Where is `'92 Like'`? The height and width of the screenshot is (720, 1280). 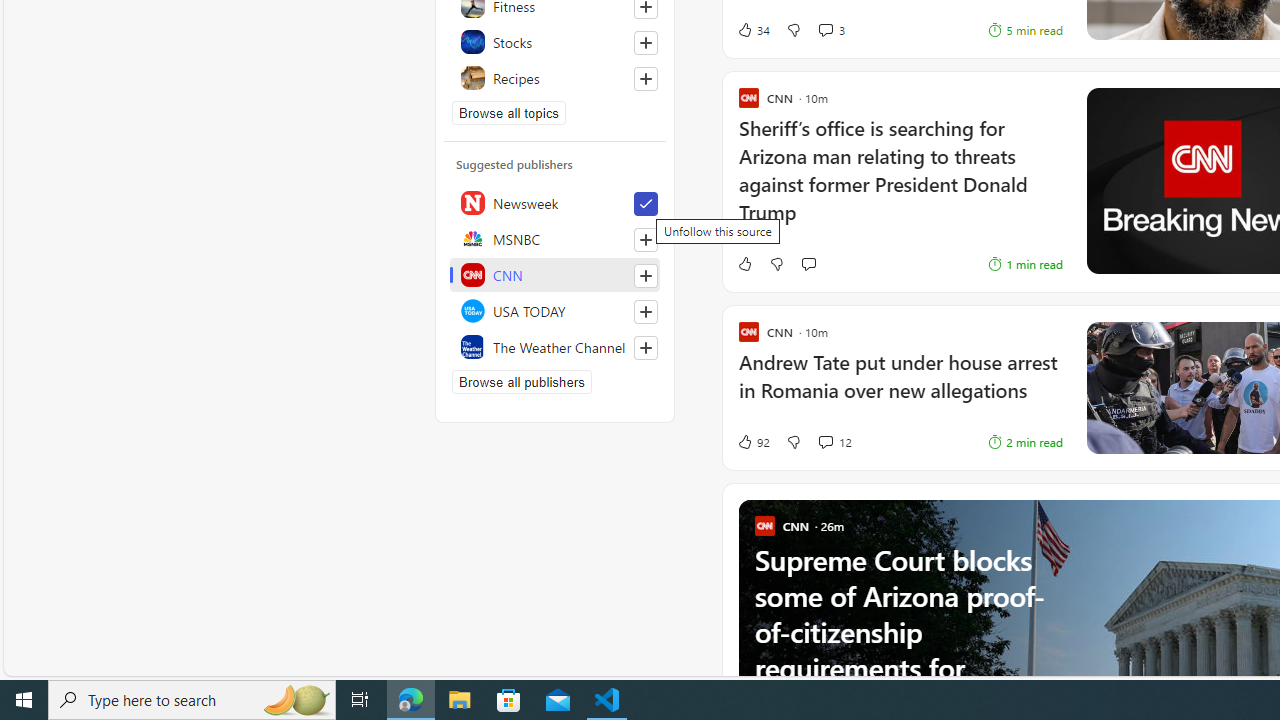
'92 Like' is located at coordinates (752, 441).